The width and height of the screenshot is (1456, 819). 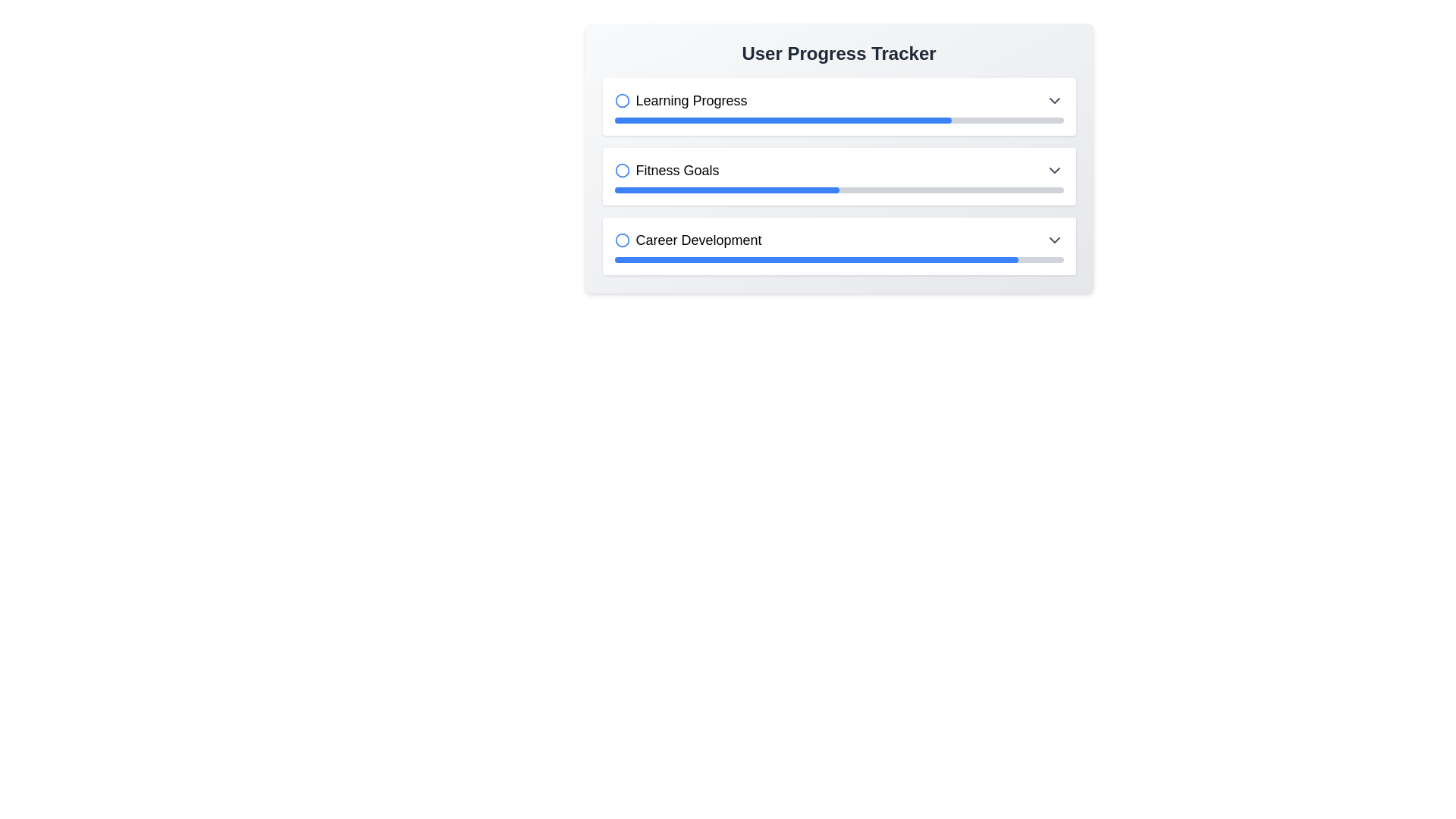 I want to click on the downwards-pointing chevron icon button located in the 'Career Development' section of the 'User Progress Tracker' interface, so click(x=1053, y=239).